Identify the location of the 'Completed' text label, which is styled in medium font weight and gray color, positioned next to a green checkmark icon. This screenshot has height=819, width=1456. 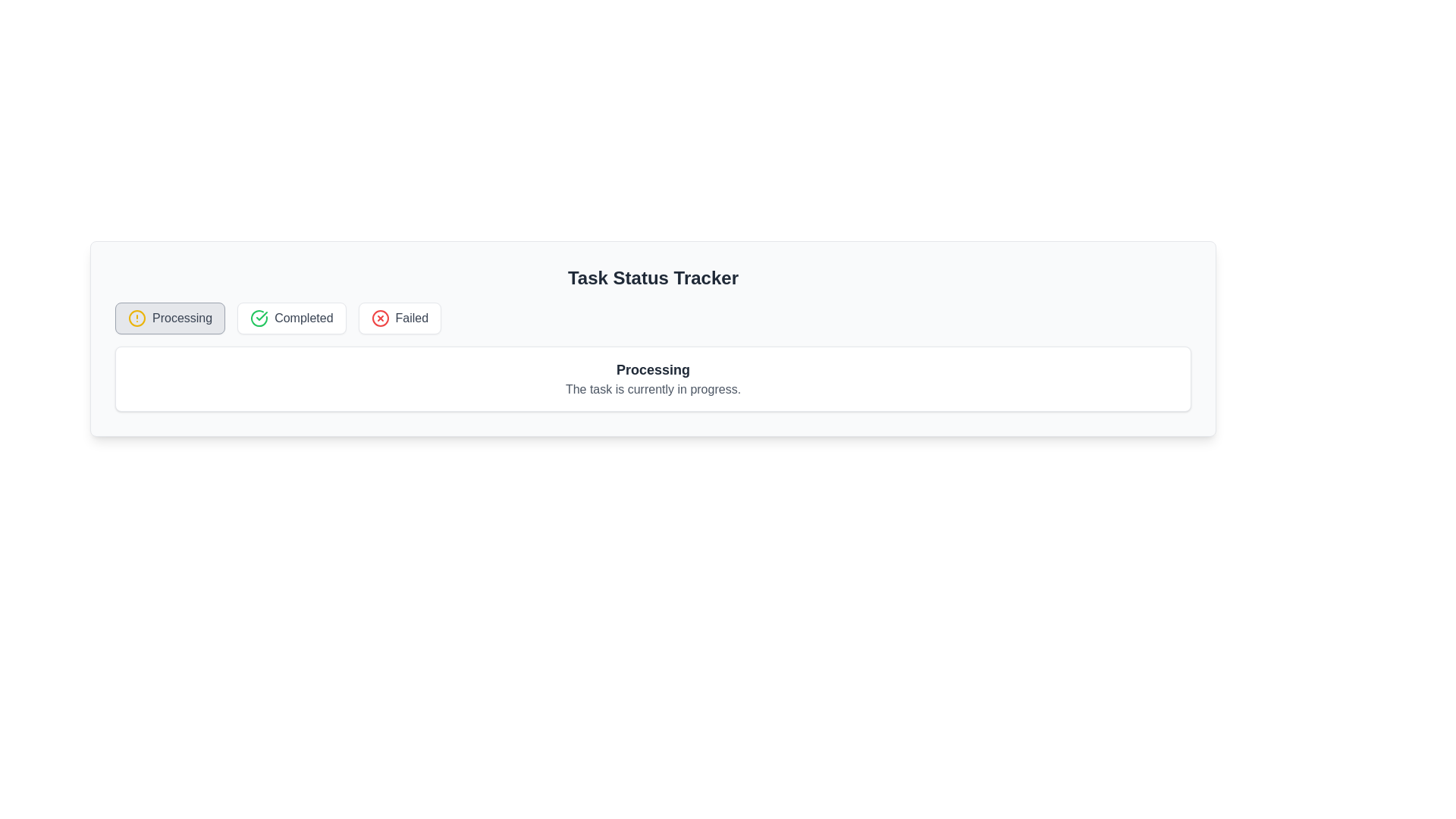
(303, 318).